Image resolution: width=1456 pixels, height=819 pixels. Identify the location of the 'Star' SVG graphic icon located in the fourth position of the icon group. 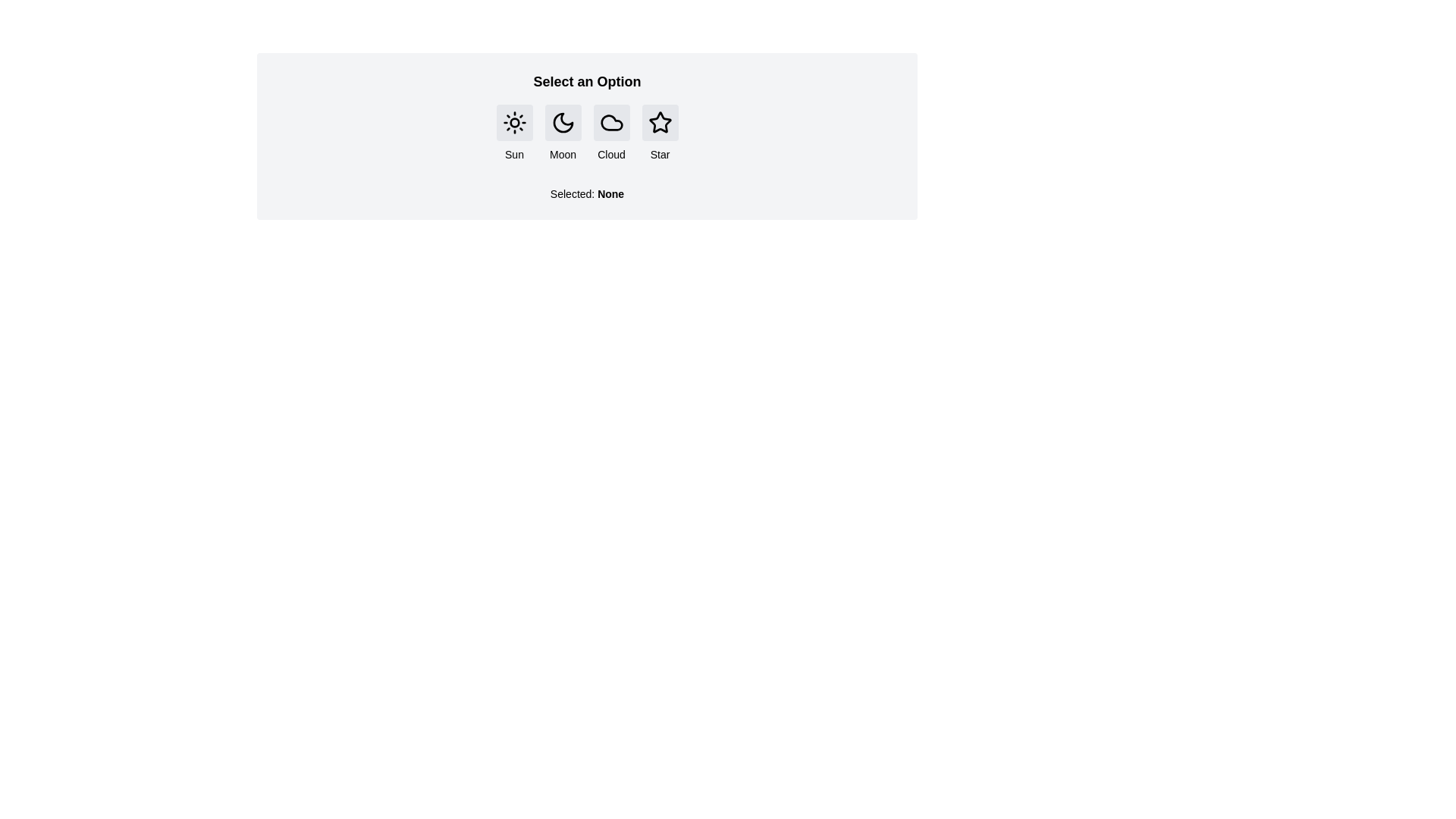
(660, 121).